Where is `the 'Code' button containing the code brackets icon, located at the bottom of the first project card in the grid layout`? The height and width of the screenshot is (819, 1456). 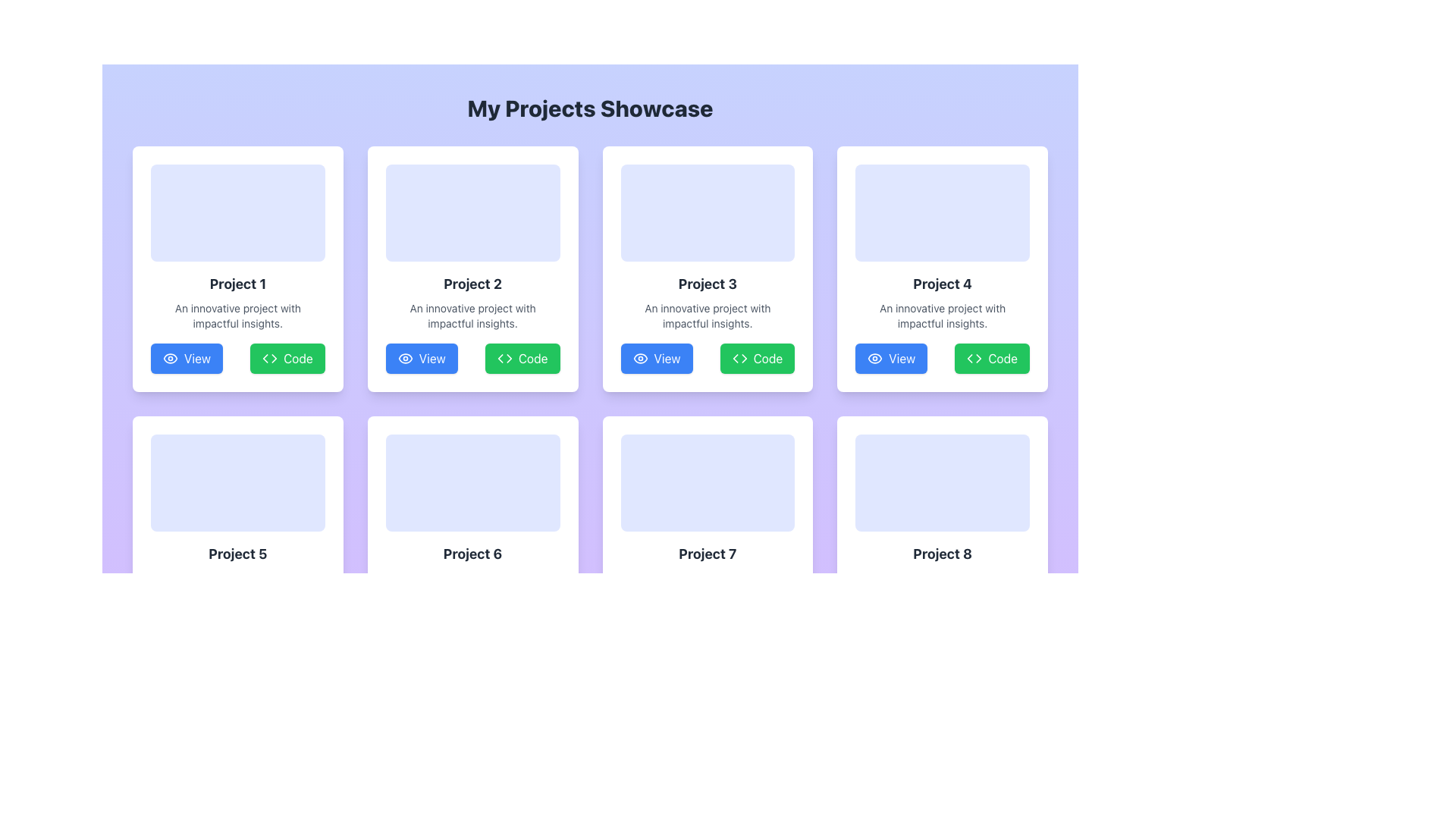
the 'Code' button containing the code brackets icon, located at the bottom of the first project card in the grid layout is located at coordinates (270, 359).